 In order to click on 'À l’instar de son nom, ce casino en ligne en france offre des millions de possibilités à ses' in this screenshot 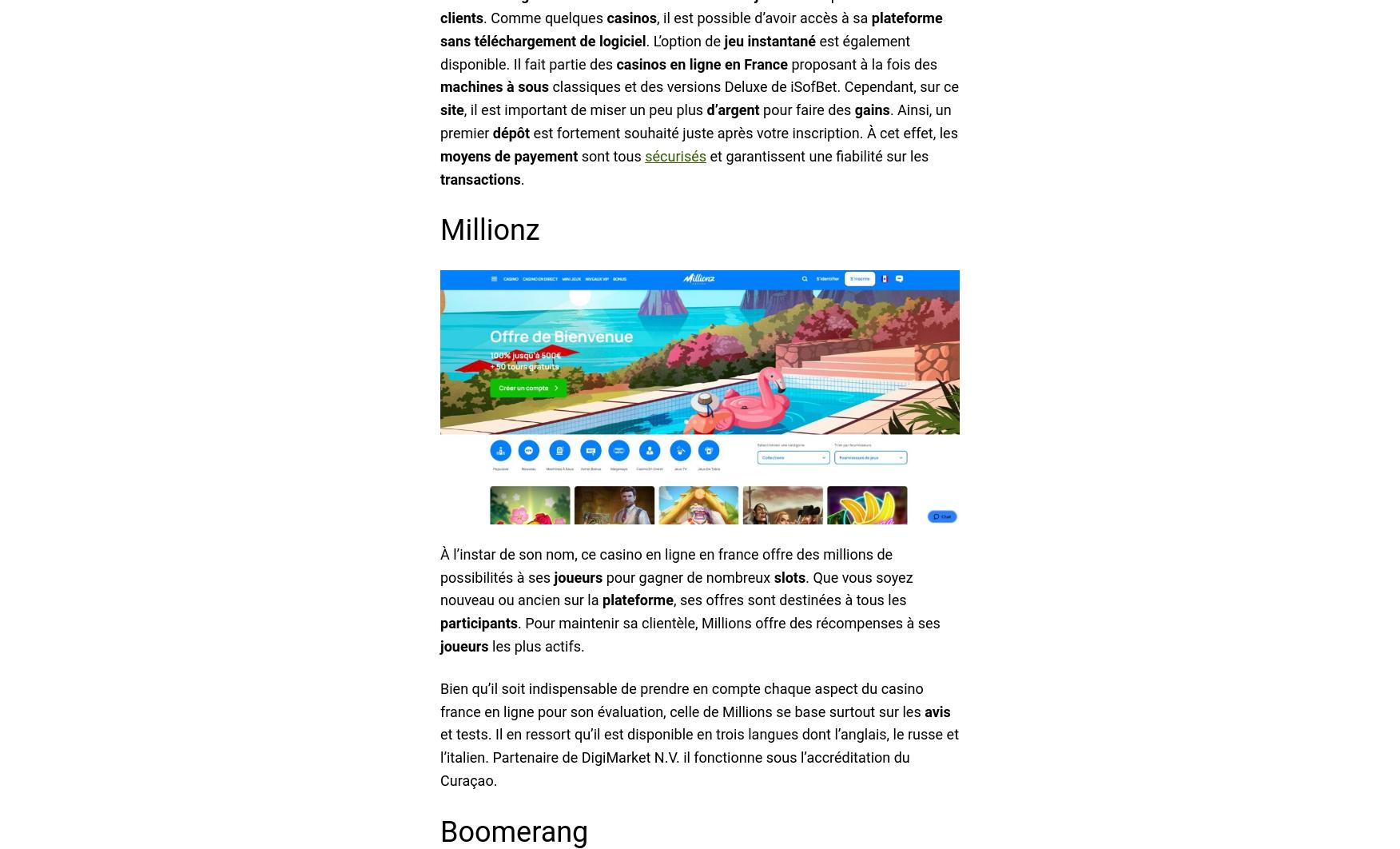, I will do `click(665, 564)`.